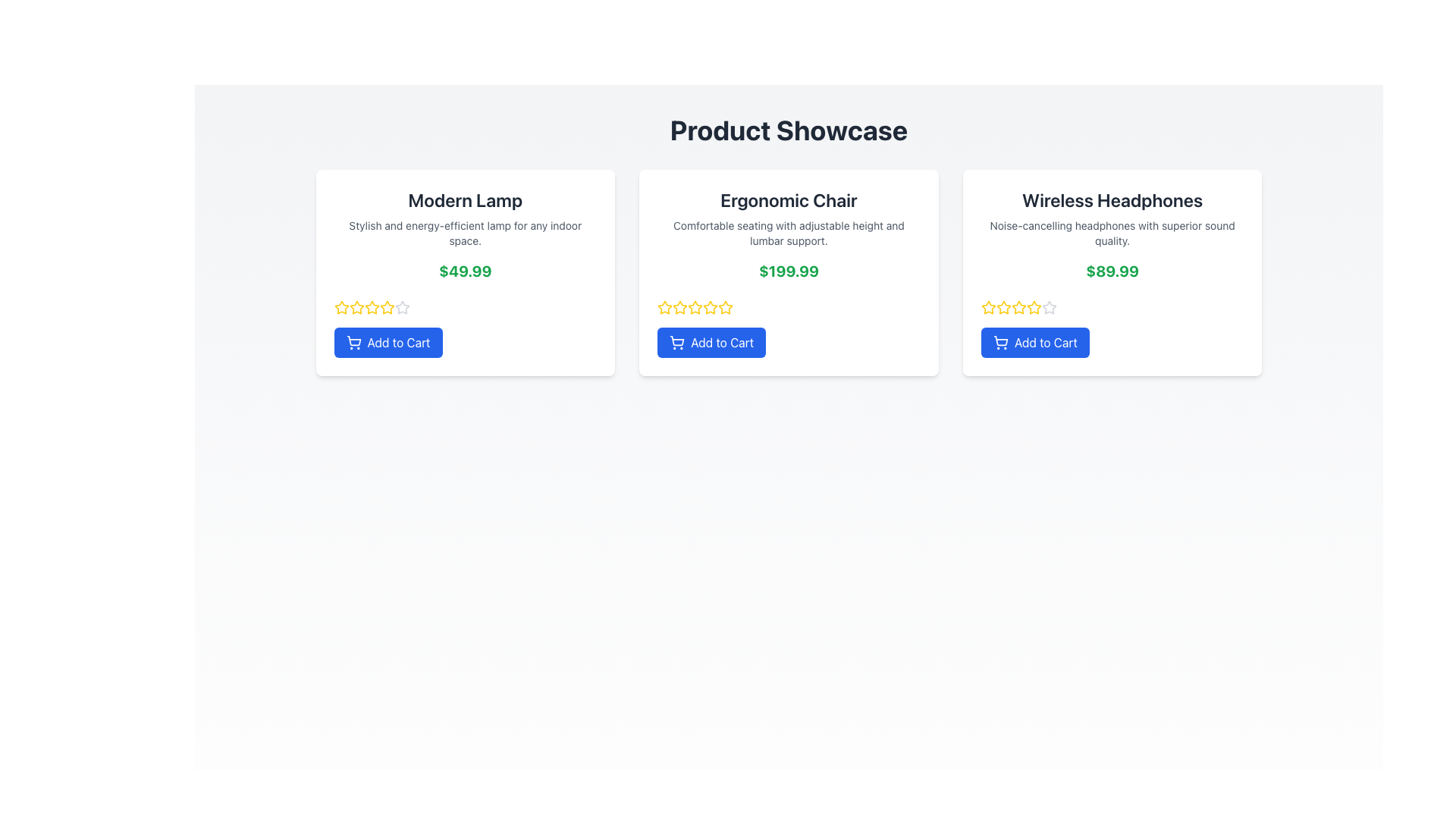  I want to click on the fifth star icon in the rating system for the 'Modern Lamp' product, so click(387, 307).